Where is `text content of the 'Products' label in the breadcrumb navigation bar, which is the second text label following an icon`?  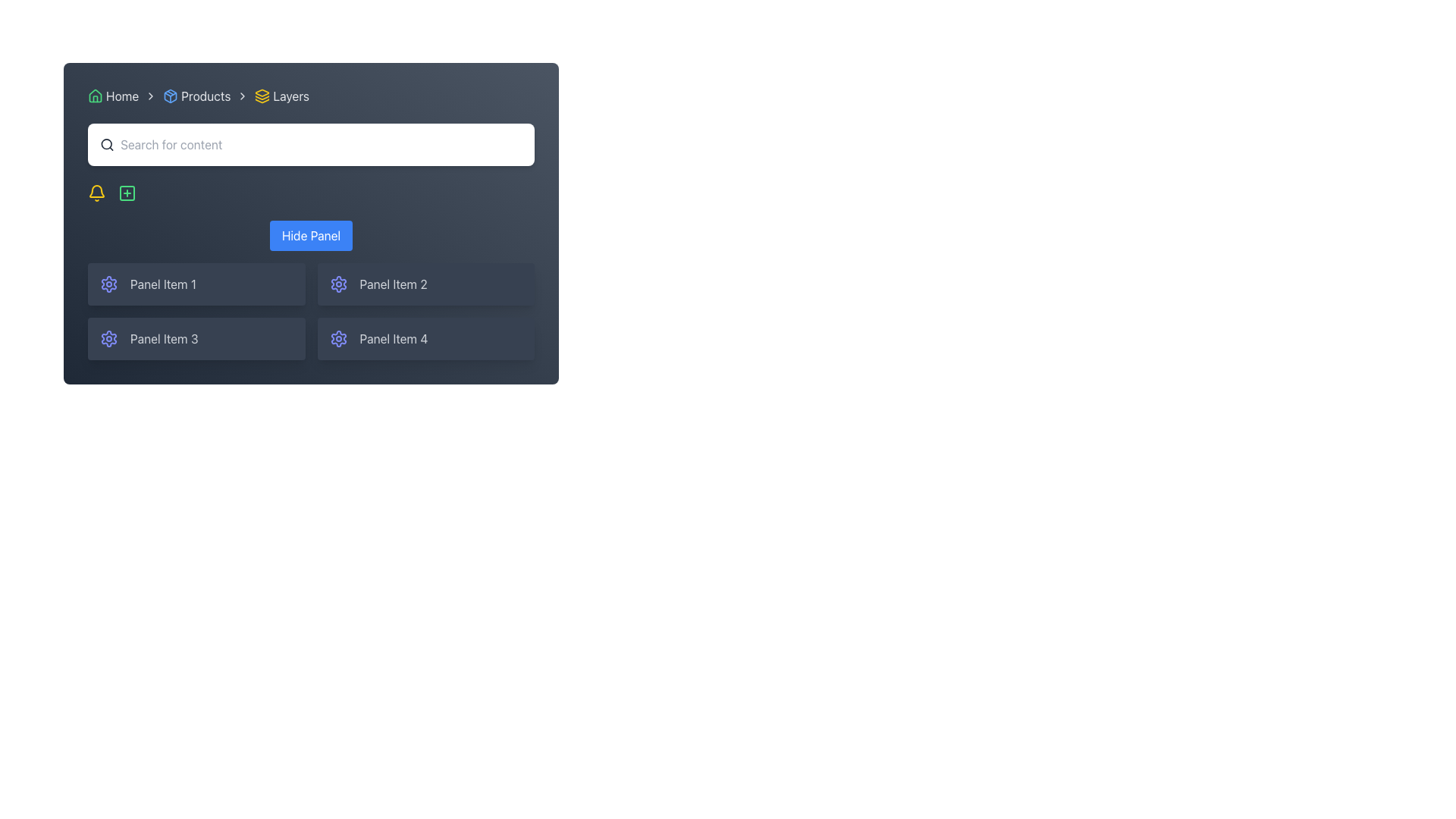 text content of the 'Products' label in the breadcrumb navigation bar, which is the second text label following an icon is located at coordinates (205, 96).